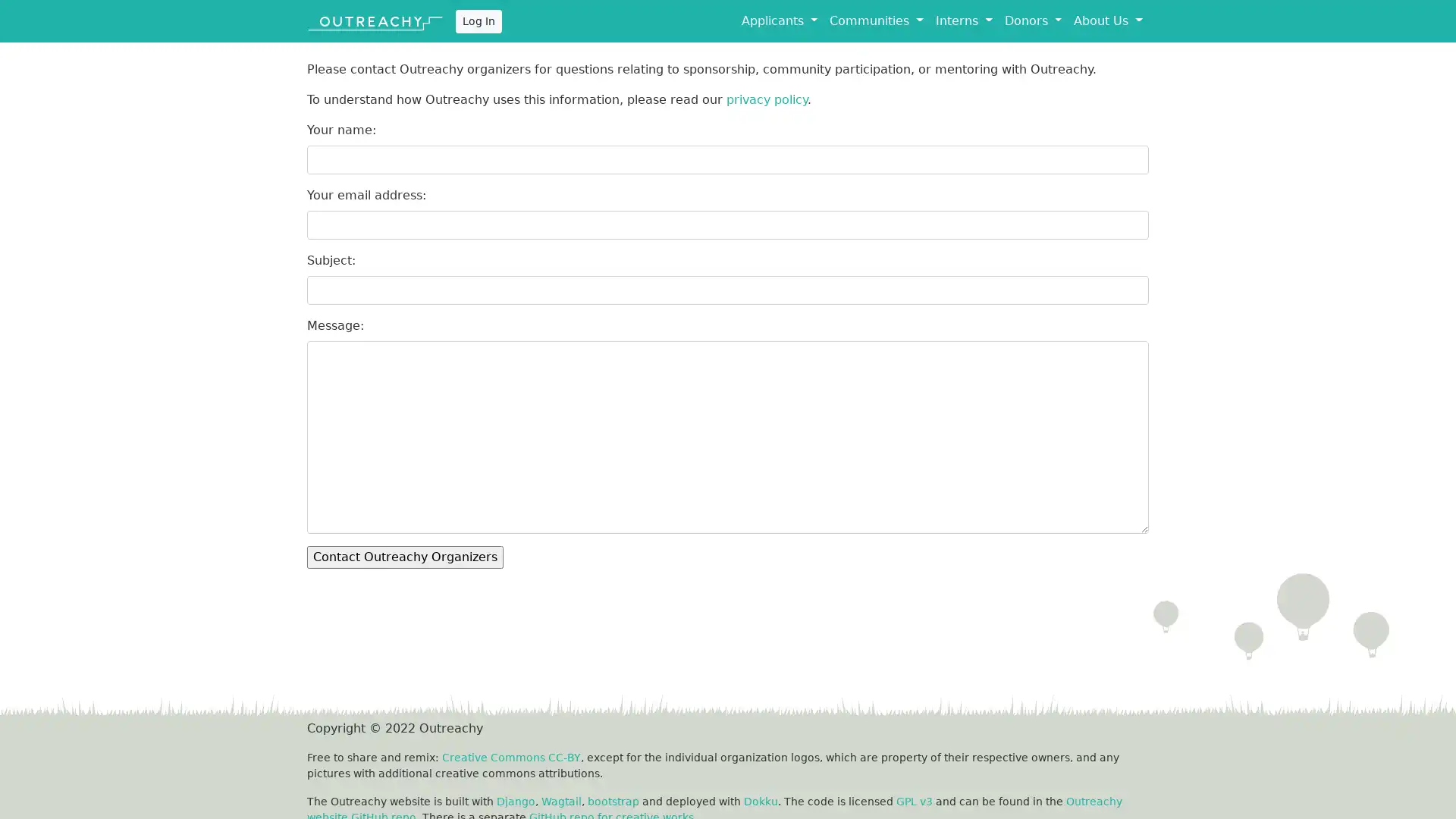 This screenshot has height=819, width=1456. Describe the element at coordinates (405, 557) in the screenshot. I see `Contact Outreachy Organizers` at that location.